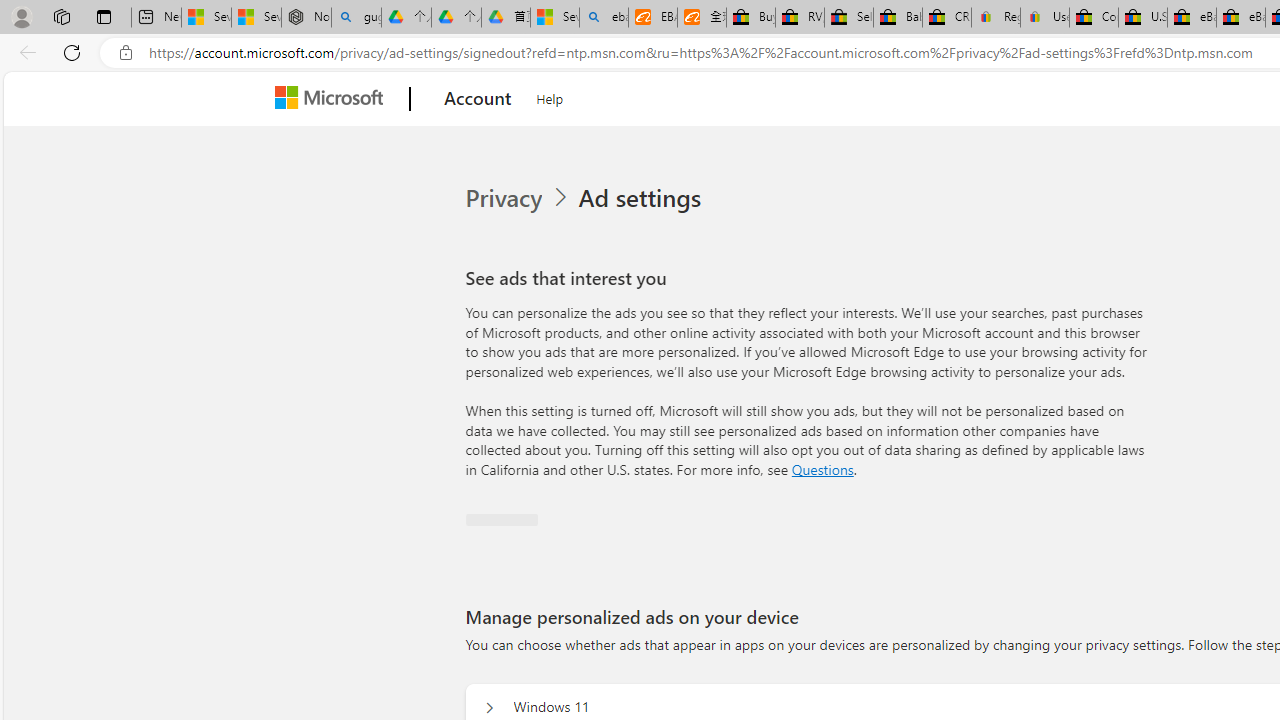 This screenshot has height=720, width=1280. Describe the element at coordinates (1143, 17) in the screenshot. I see `'U.S. State Privacy Disclosures - eBay Inc.'` at that location.